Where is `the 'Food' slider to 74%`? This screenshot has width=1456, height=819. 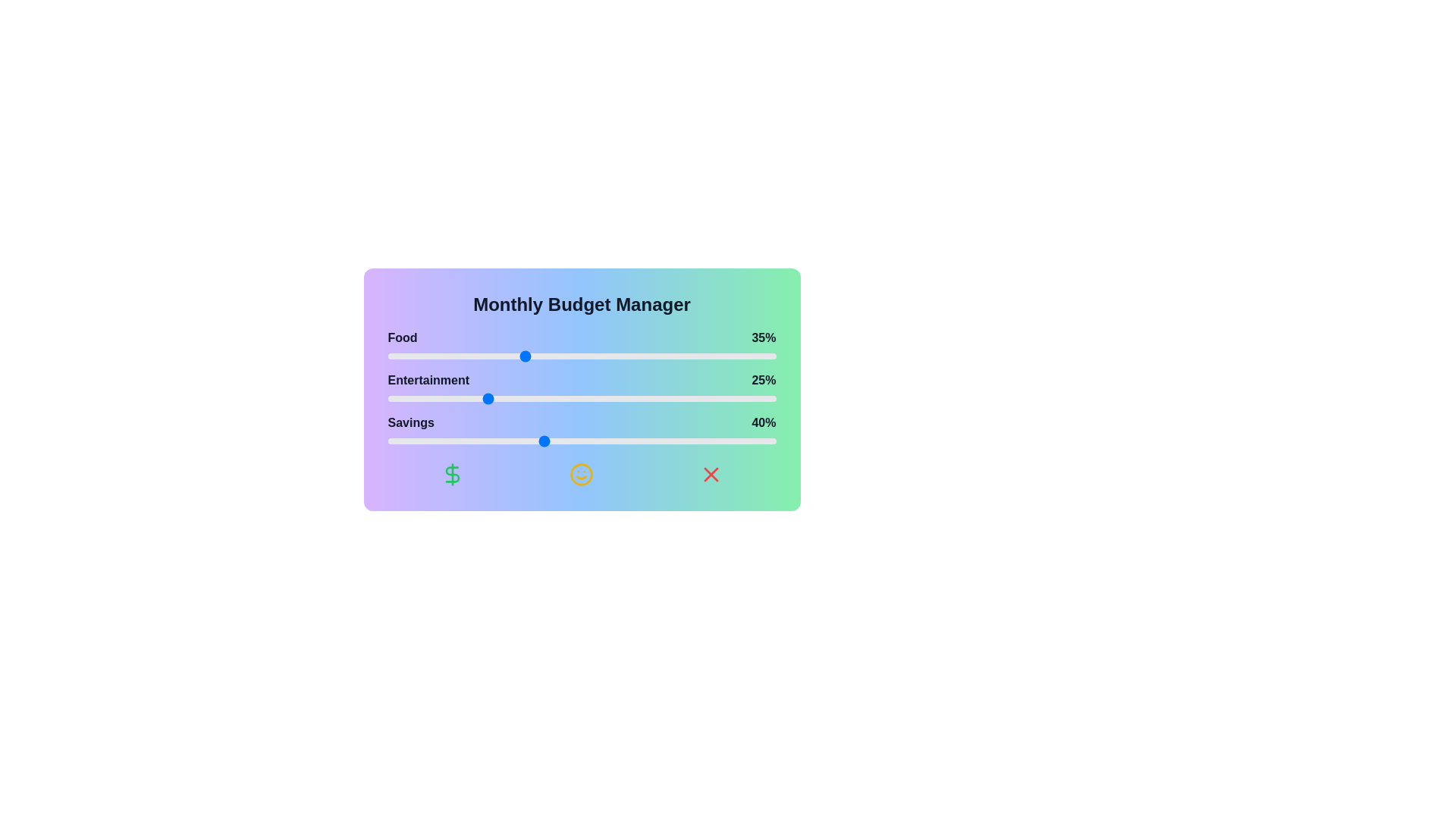 the 'Food' slider to 74% is located at coordinates (674, 356).